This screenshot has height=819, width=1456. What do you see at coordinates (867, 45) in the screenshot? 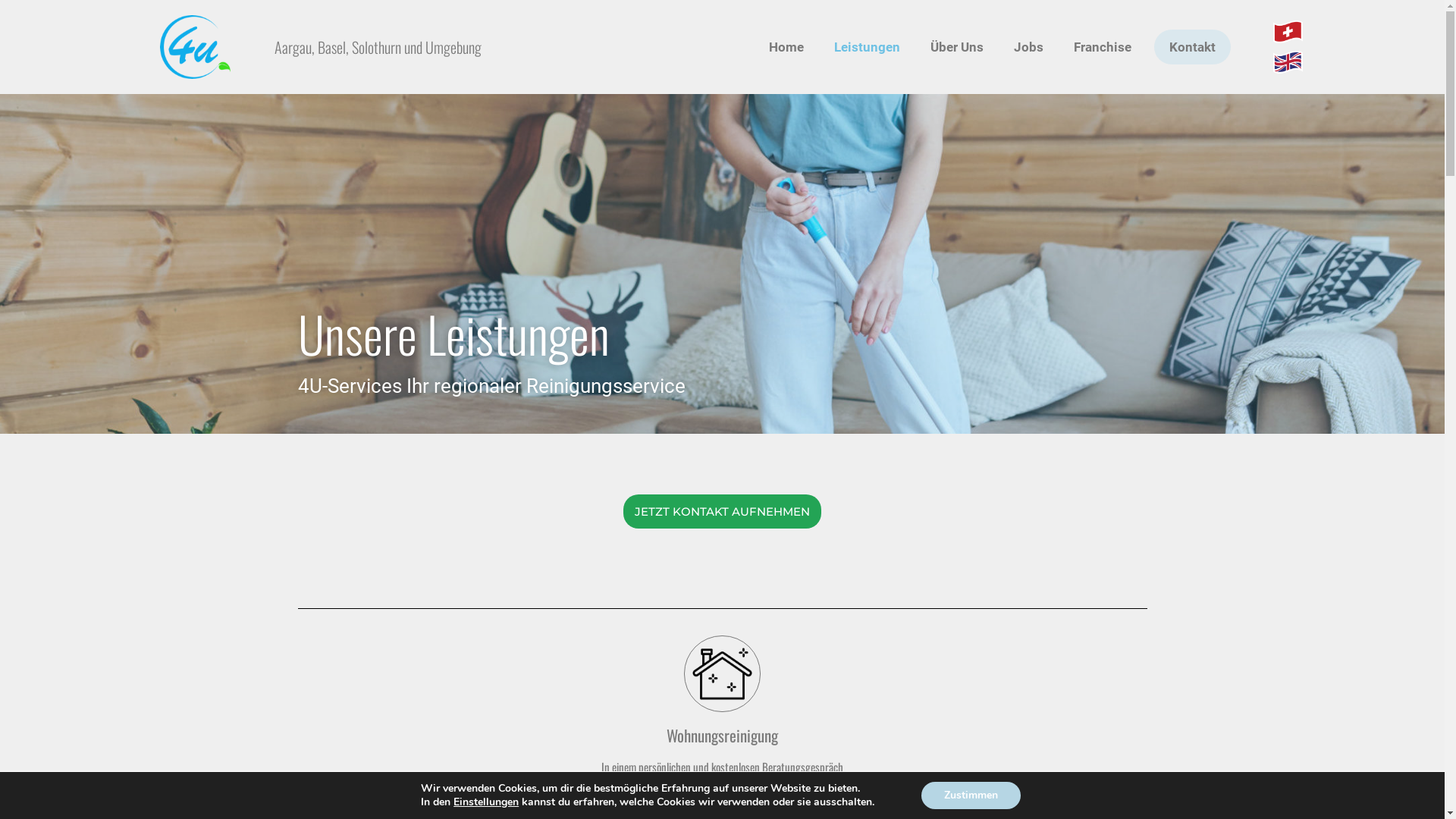
I see `'Leistungen'` at bounding box center [867, 45].